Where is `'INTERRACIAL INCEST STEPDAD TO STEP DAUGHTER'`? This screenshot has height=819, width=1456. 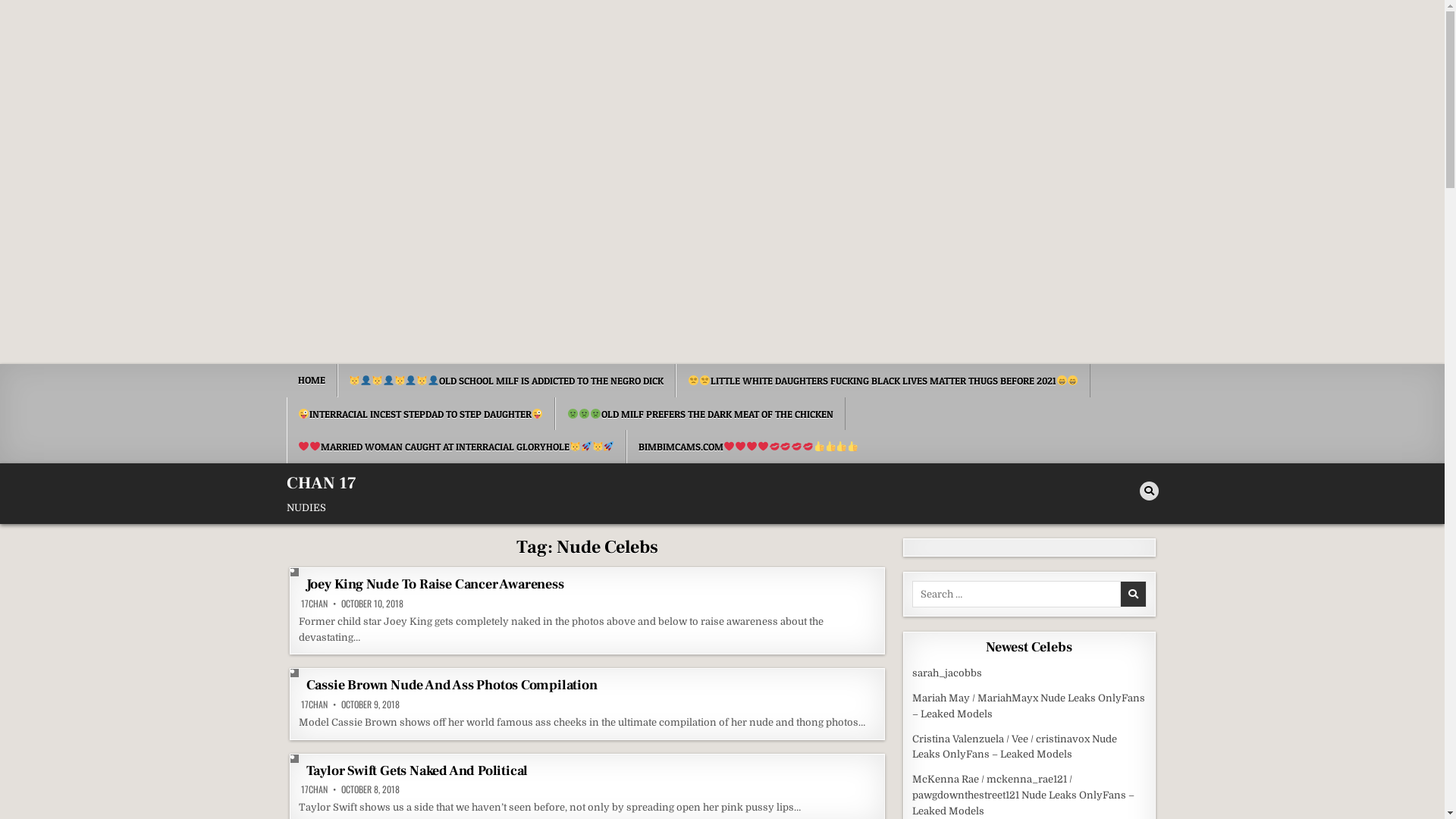 'INTERRACIAL INCEST STEPDAD TO STEP DAUGHTER' is located at coordinates (421, 414).